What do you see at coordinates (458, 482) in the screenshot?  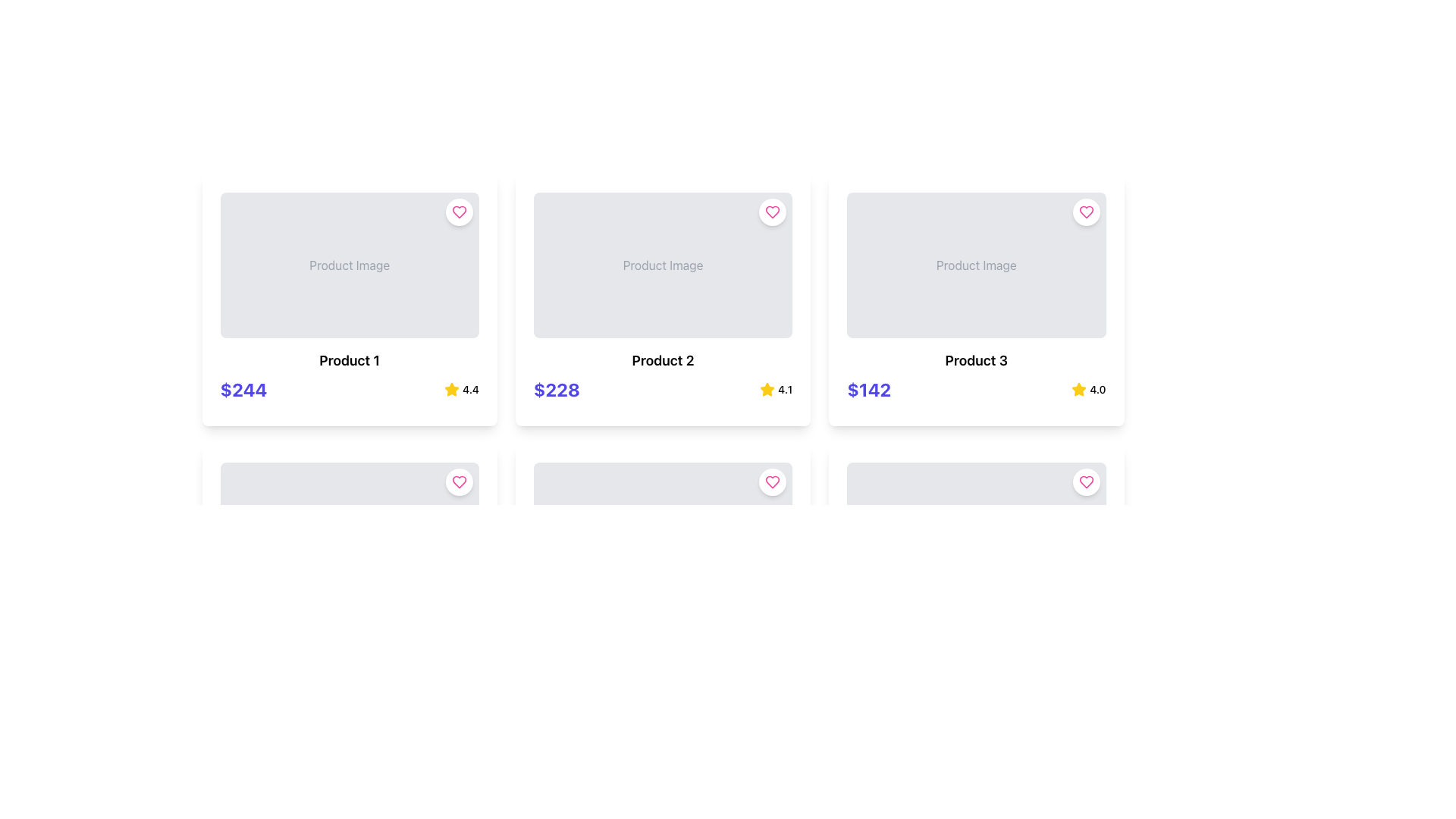 I see `the heart-shaped icon with a pink outline to mark the product as favorite` at bounding box center [458, 482].